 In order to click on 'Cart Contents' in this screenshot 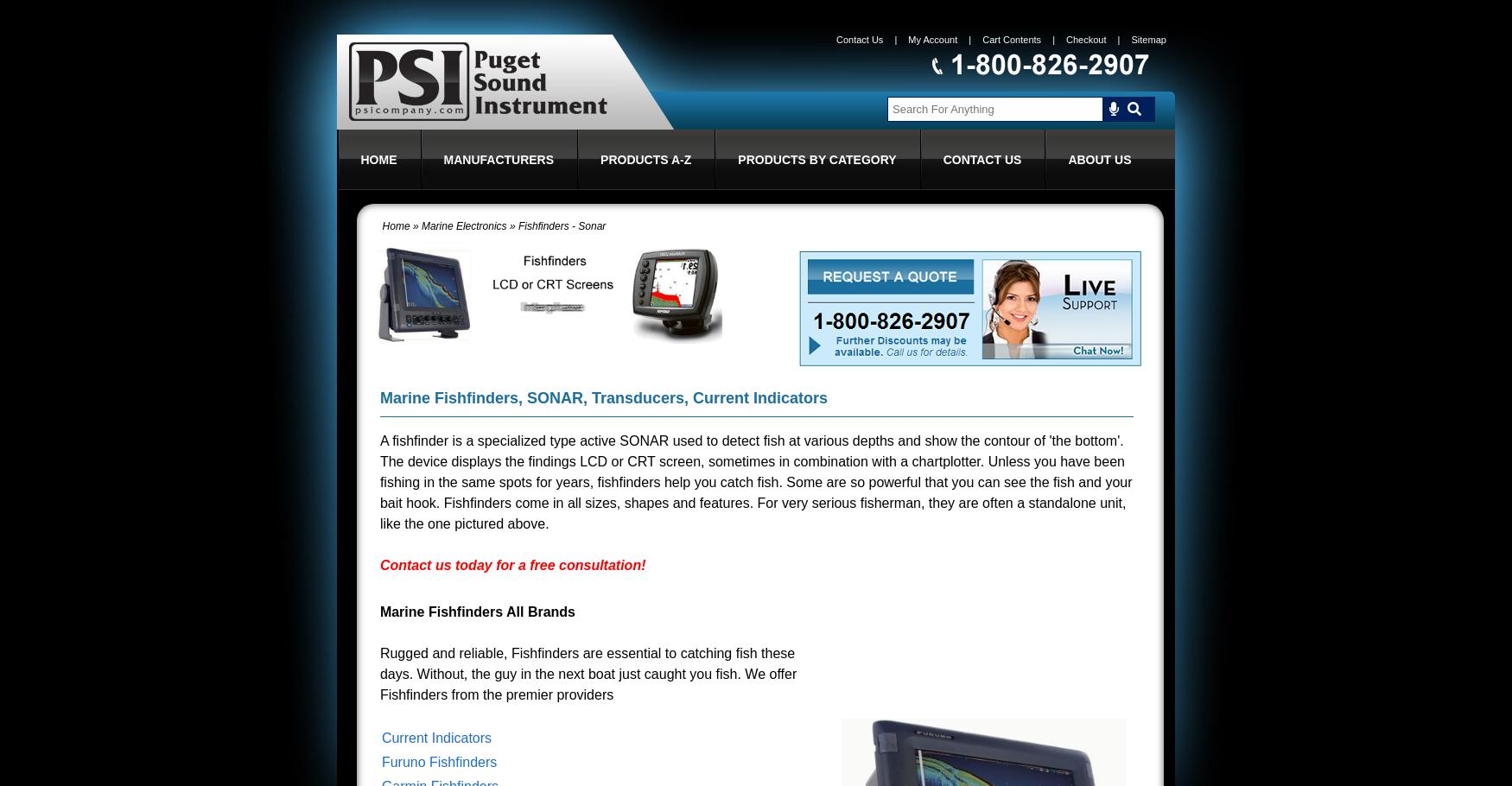, I will do `click(1010, 39)`.